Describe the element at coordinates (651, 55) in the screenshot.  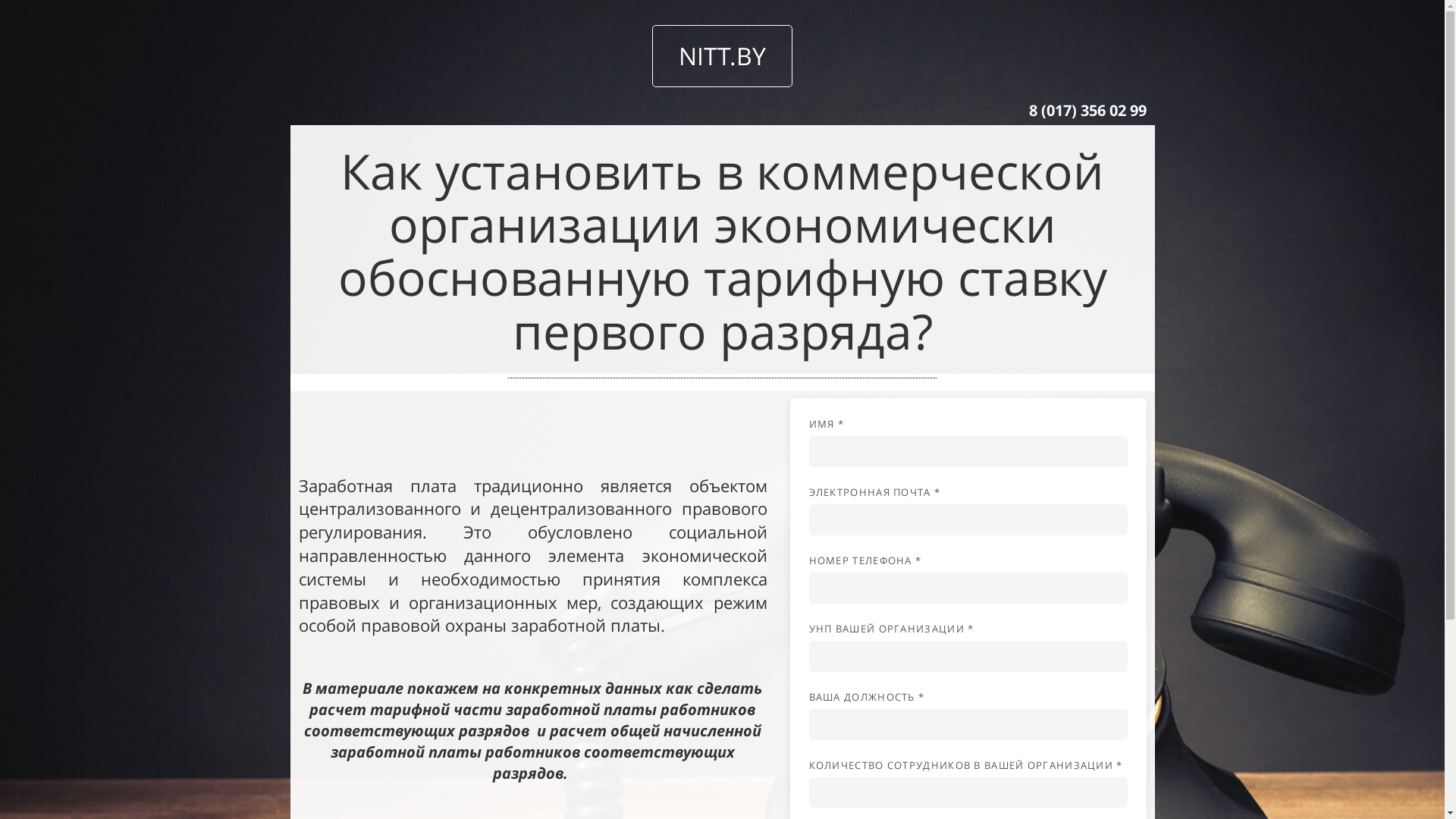
I see `'NITT.BY'` at that location.